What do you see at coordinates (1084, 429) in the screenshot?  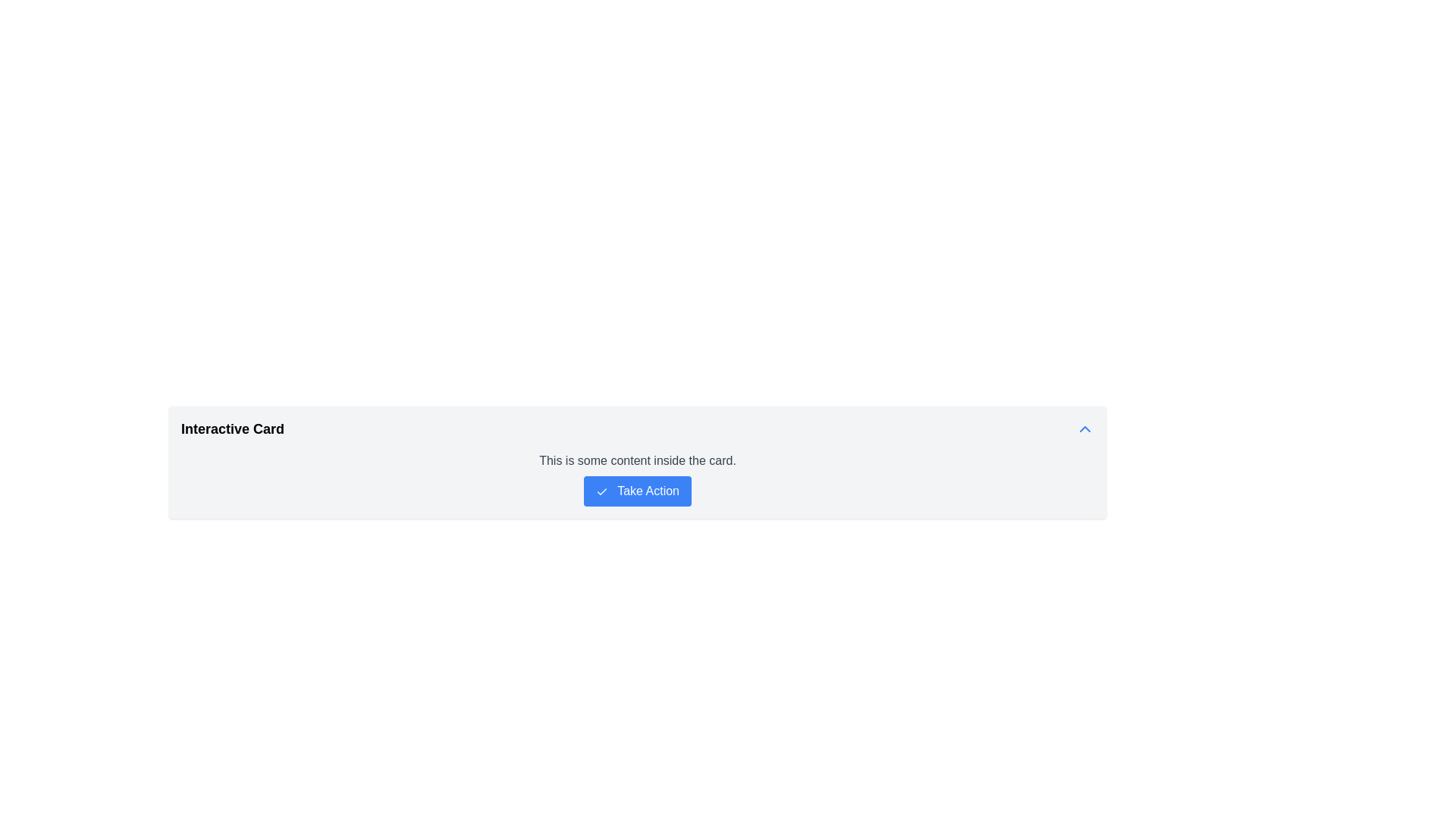 I see `the clickable icon located at the far right edge of the 'Interactive Card' to observe the style change` at bounding box center [1084, 429].